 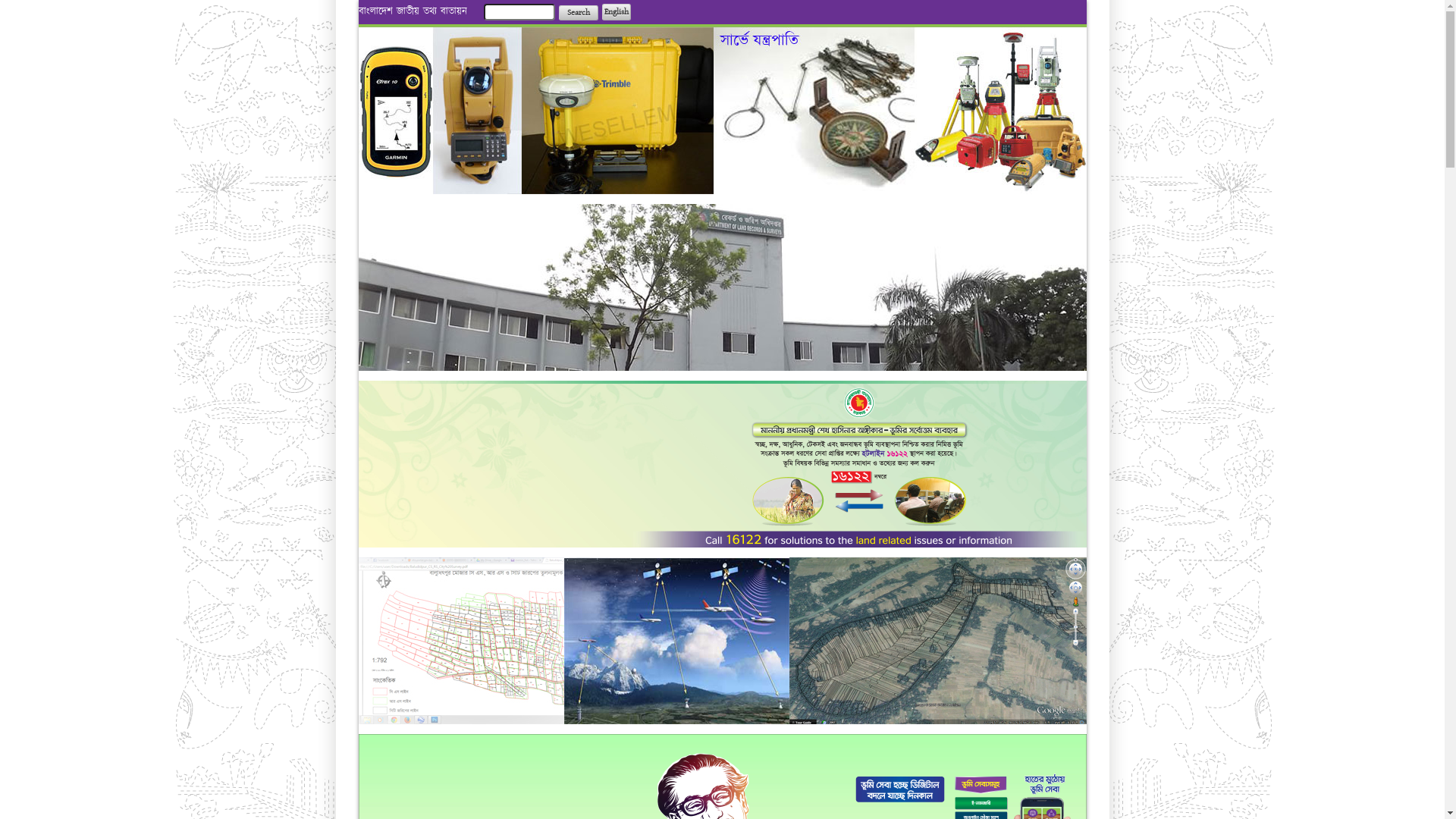 What do you see at coordinates (577, 12) in the screenshot?
I see `'Search'` at bounding box center [577, 12].